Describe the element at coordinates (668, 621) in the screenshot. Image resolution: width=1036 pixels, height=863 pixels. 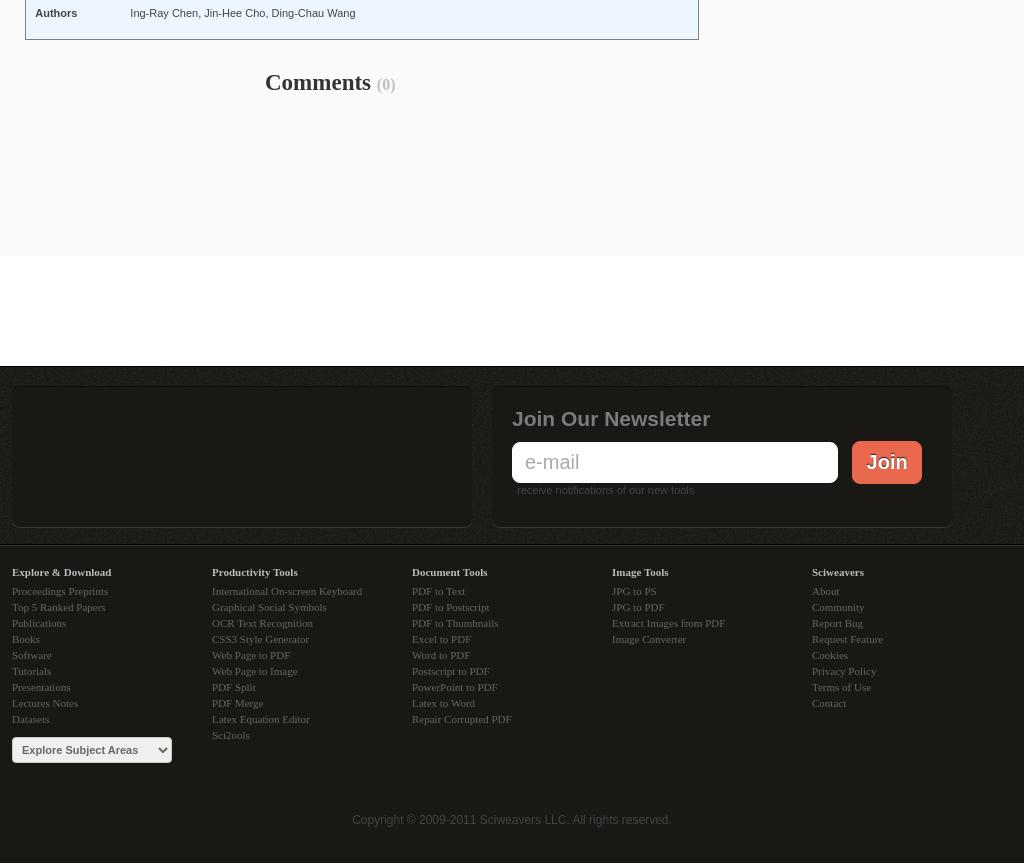
I see `'Extract Images from PDF'` at that location.